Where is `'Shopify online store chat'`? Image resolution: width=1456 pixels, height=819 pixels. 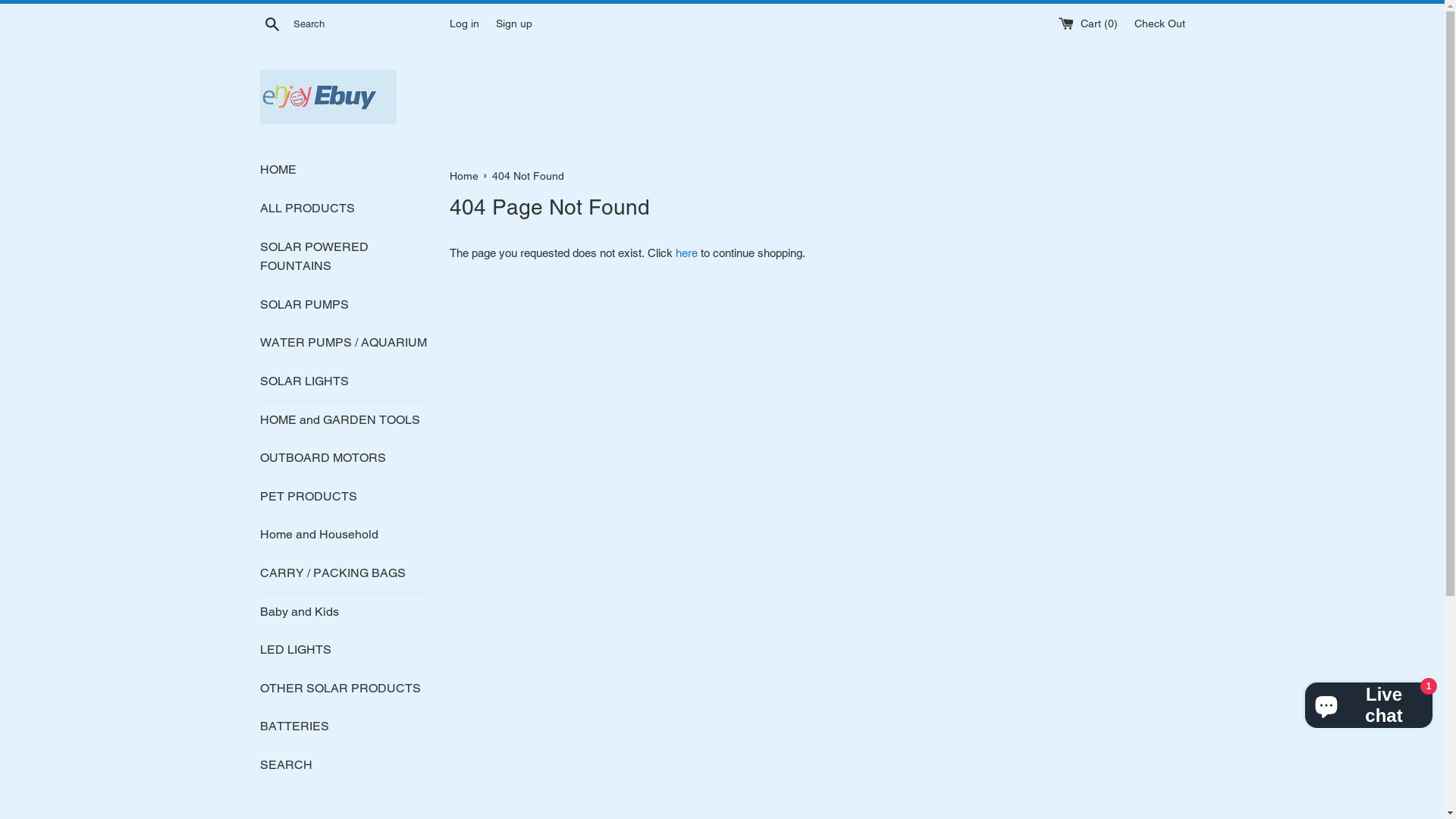
'Shopify online store chat' is located at coordinates (1368, 701).